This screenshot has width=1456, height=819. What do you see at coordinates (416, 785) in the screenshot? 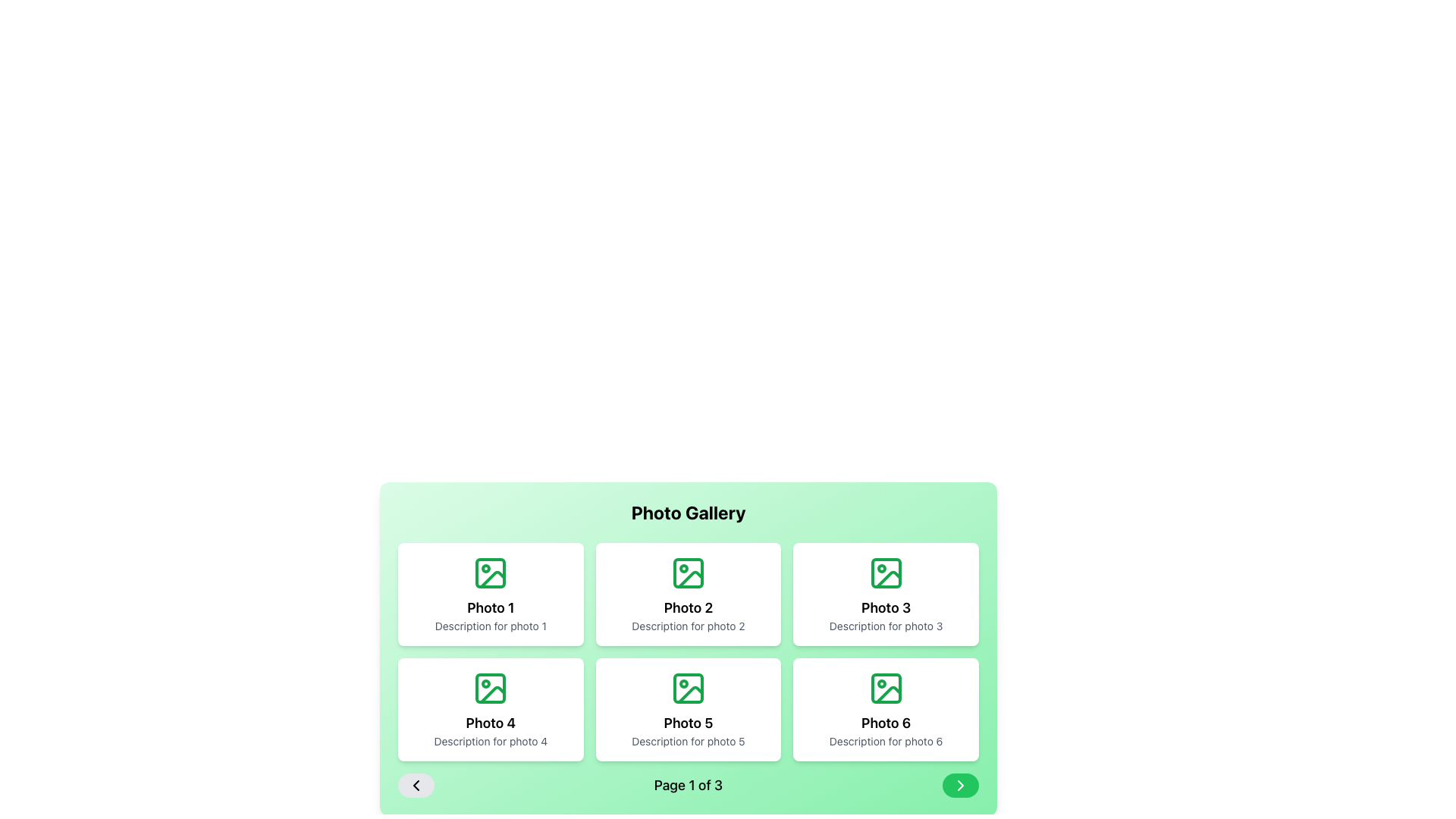
I see `the left-pointing chevron arrow icon within the rounded light gray button located at the bottom-left corner of the photo gallery interface` at bounding box center [416, 785].